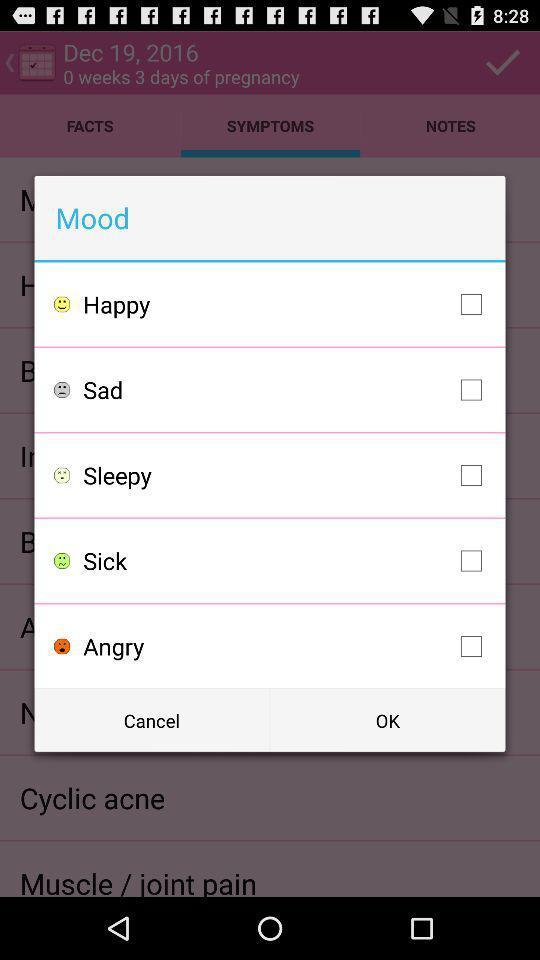 The height and width of the screenshot is (960, 540). I want to click on sad, so click(286, 388).